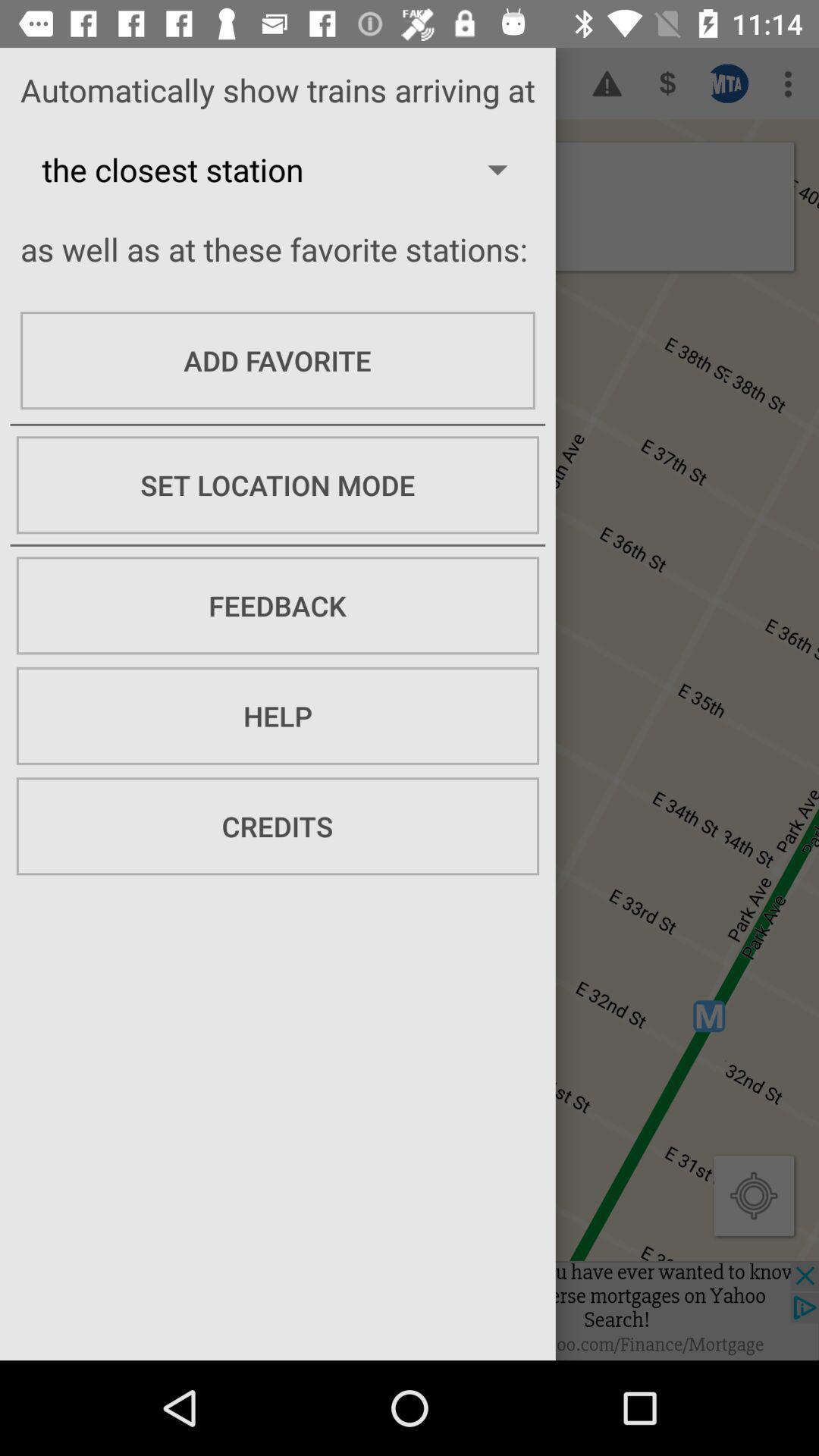  Describe the element at coordinates (727, 83) in the screenshot. I see `the sliders icon` at that location.